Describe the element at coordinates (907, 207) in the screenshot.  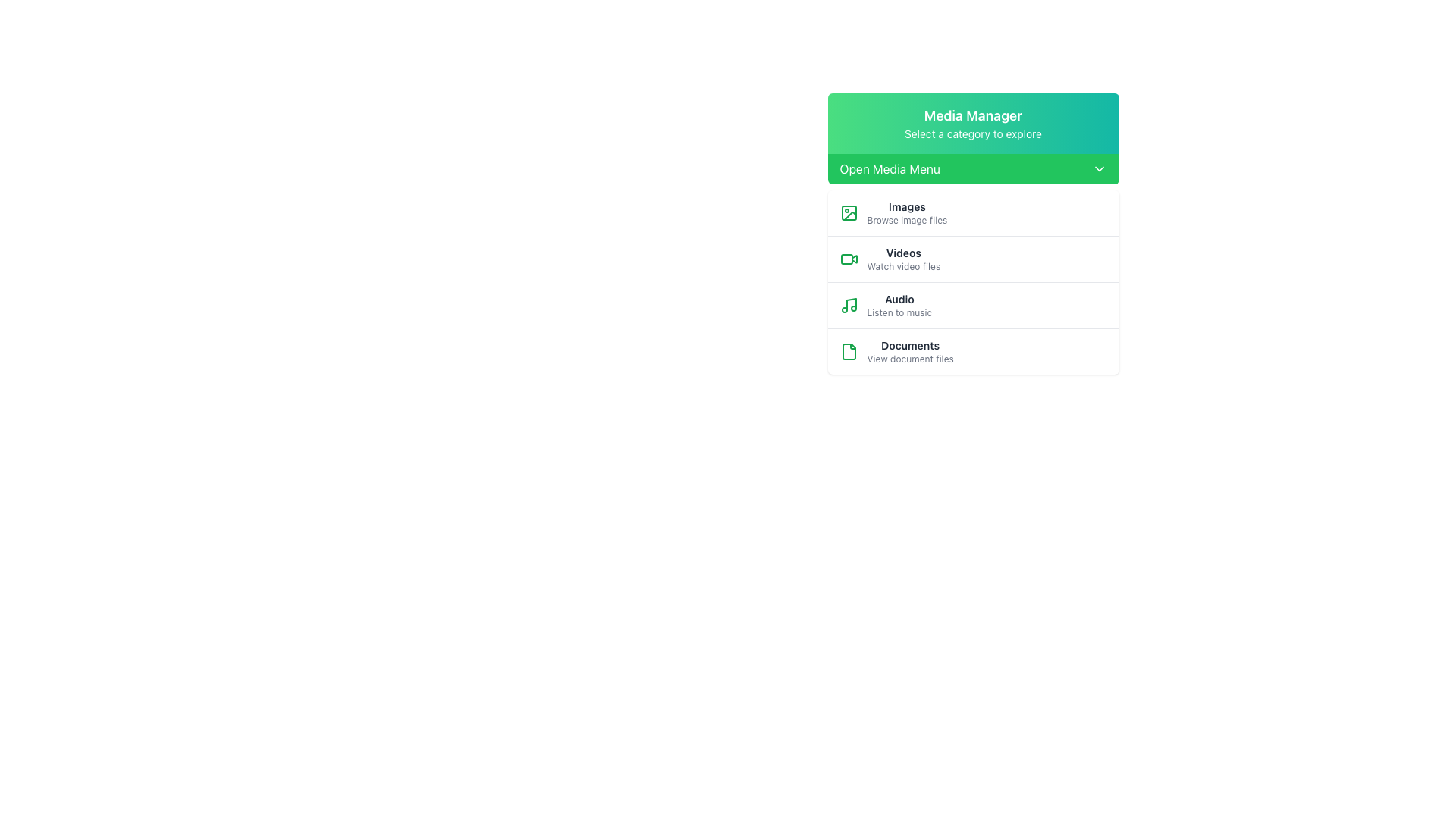
I see `the bold text label stating 'Images' located in the top-left corner of a section within a vertical list, which is the first item in a sequence of labeled blocks` at that location.